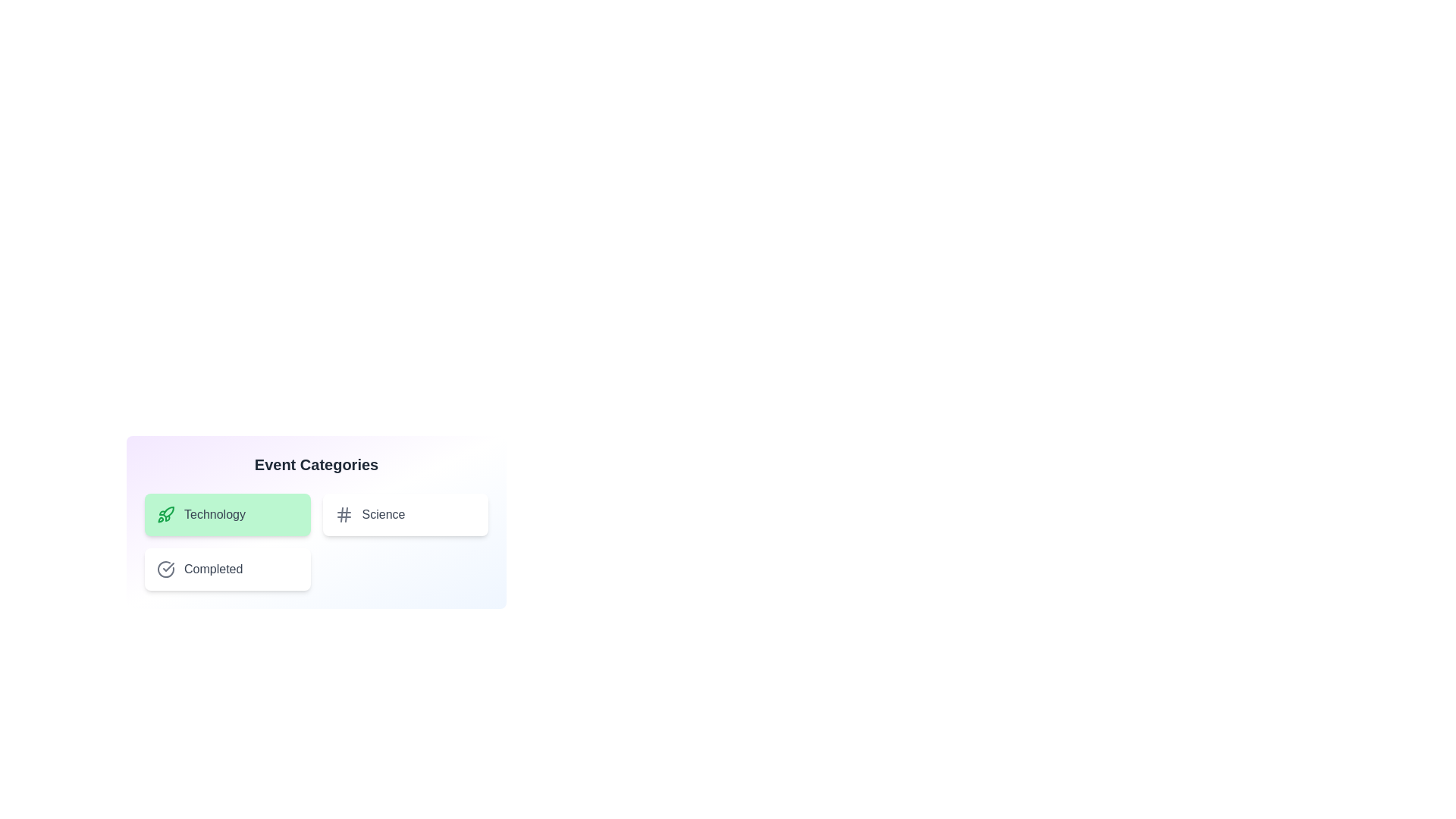 Image resolution: width=1456 pixels, height=819 pixels. What do you see at coordinates (227, 513) in the screenshot?
I see `the category chip named Technology` at bounding box center [227, 513].